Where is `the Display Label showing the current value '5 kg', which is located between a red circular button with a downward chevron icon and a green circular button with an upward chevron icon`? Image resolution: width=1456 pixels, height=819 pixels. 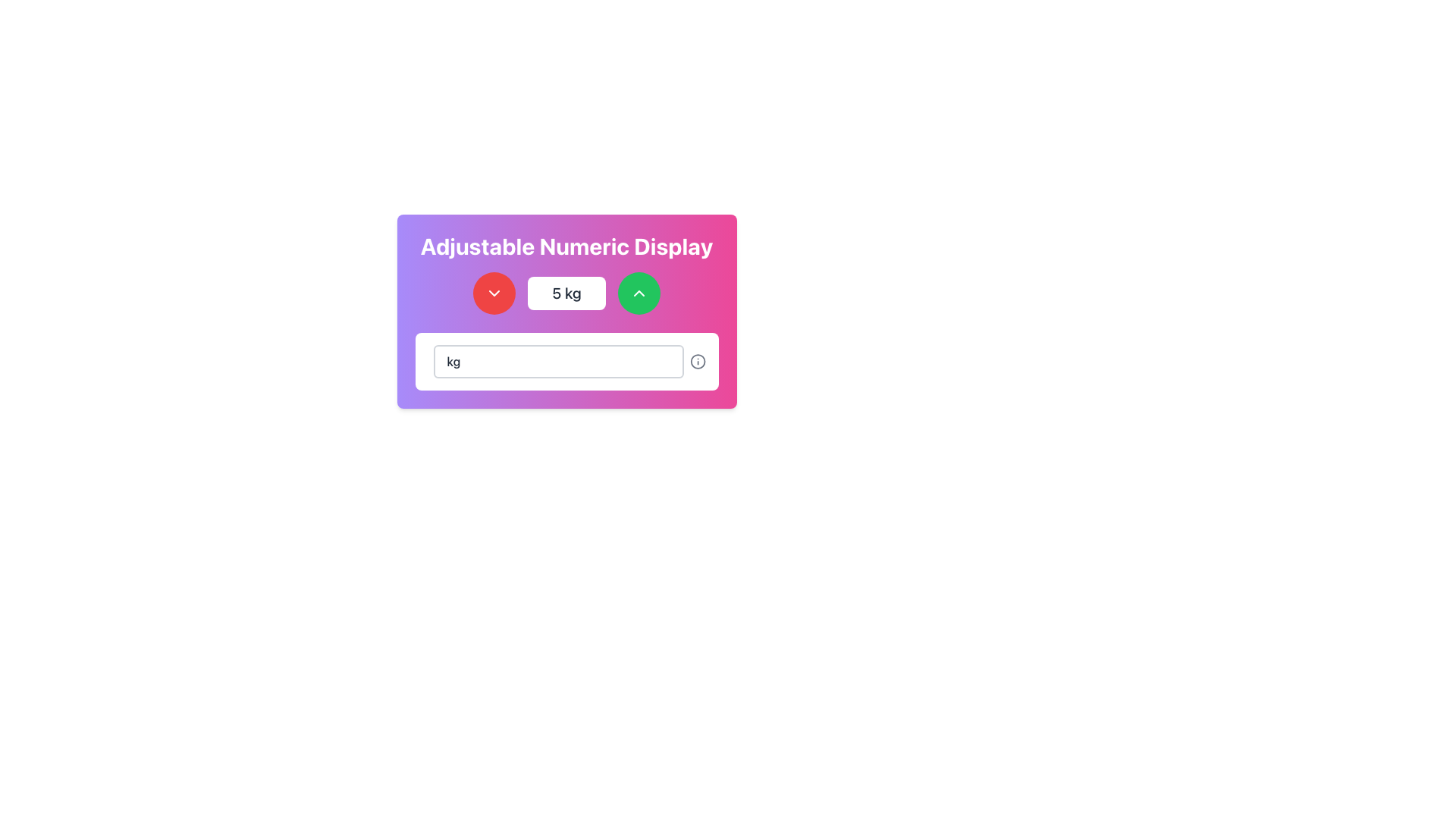 the Display Label showing the current value '5 kg', which is located between a red circular button with a downward chevron icon and a green circular button with an upward chevron icon is located at coordinates (566, 293).